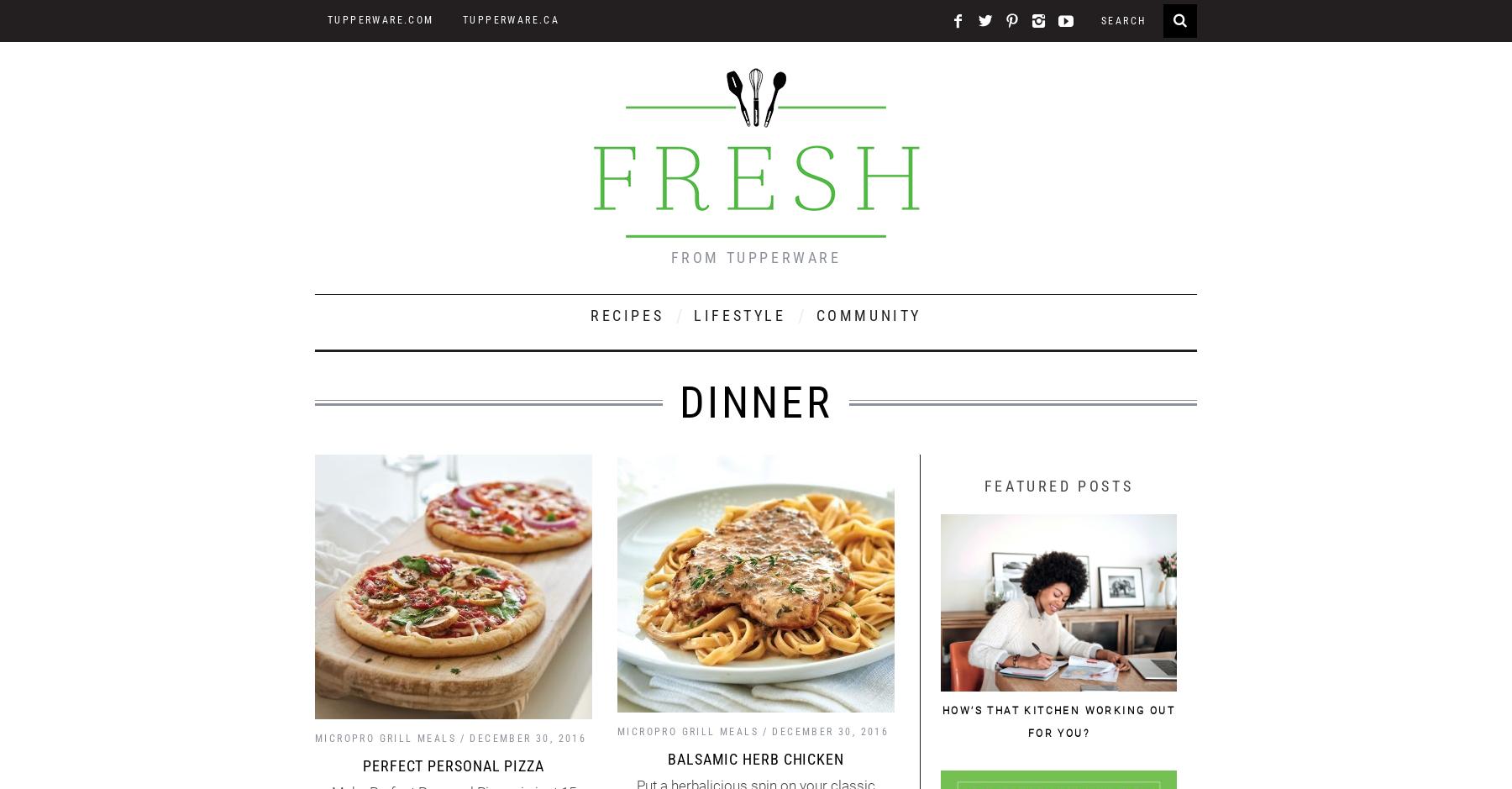  What do you see at coordinates (380, 20) in the screenshot?
I see `'Tupperware.com'` at bounding box center [380, 20].